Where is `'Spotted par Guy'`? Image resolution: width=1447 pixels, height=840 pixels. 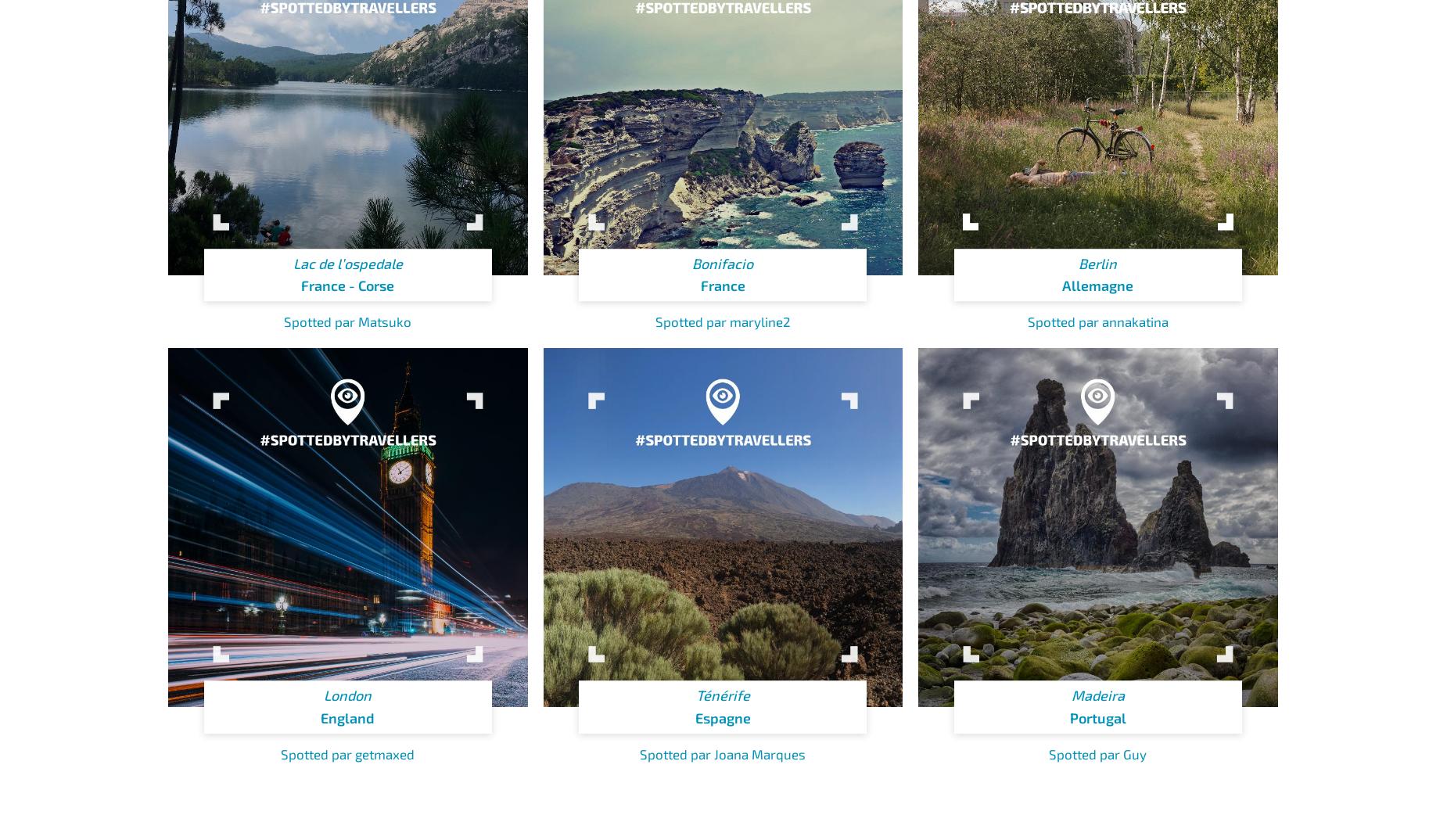
'Spotted par Guy' is located at coordinates (1097, 752).